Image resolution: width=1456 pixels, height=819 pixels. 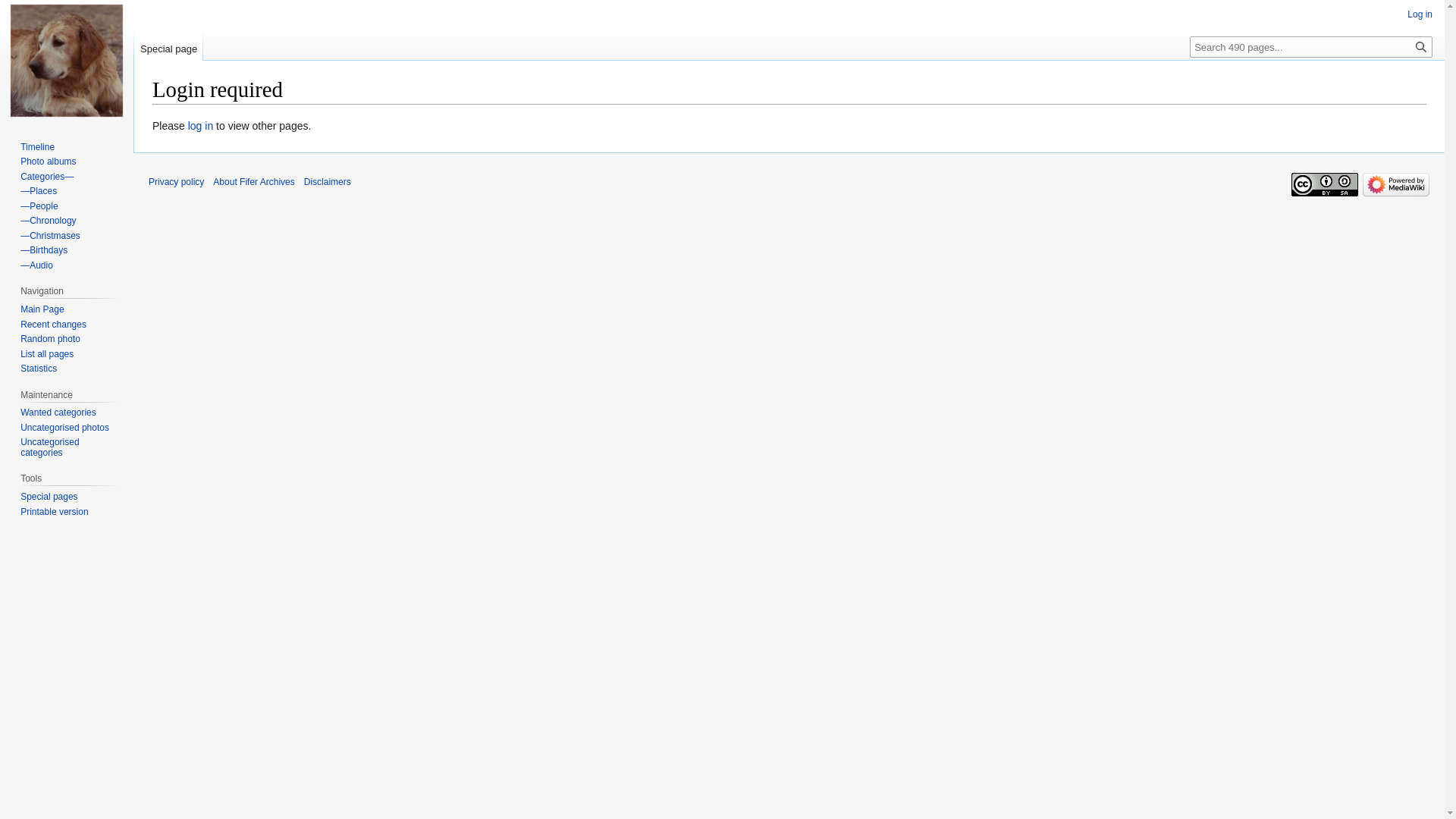 I want to click on 'Photo albums', so click(x=48, y=161).